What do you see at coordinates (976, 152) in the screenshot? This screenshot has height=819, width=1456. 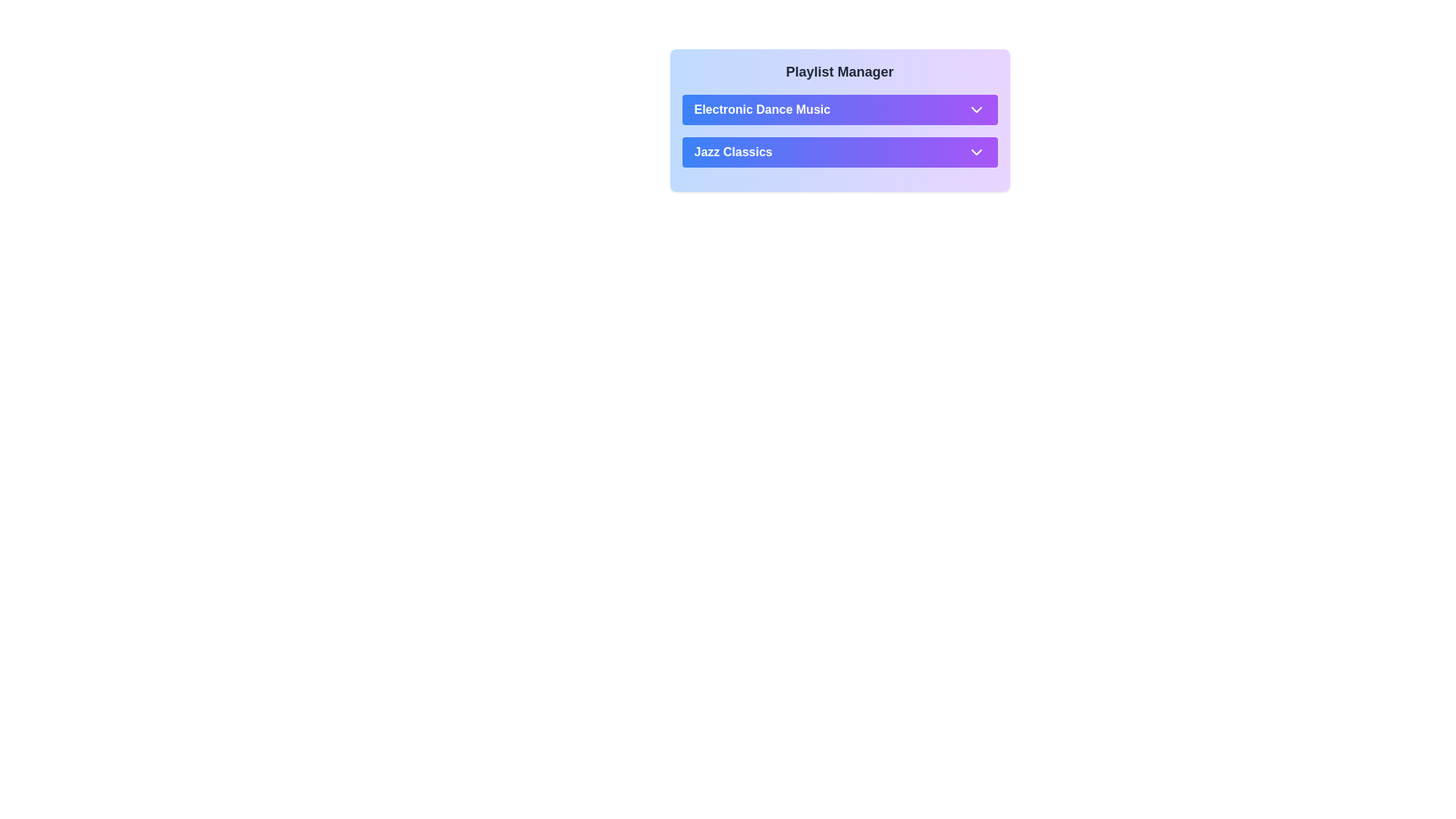 I see `the dropdown indicator icon for the 'Jazz Classics' playlist` at bounding box center [976, 152].